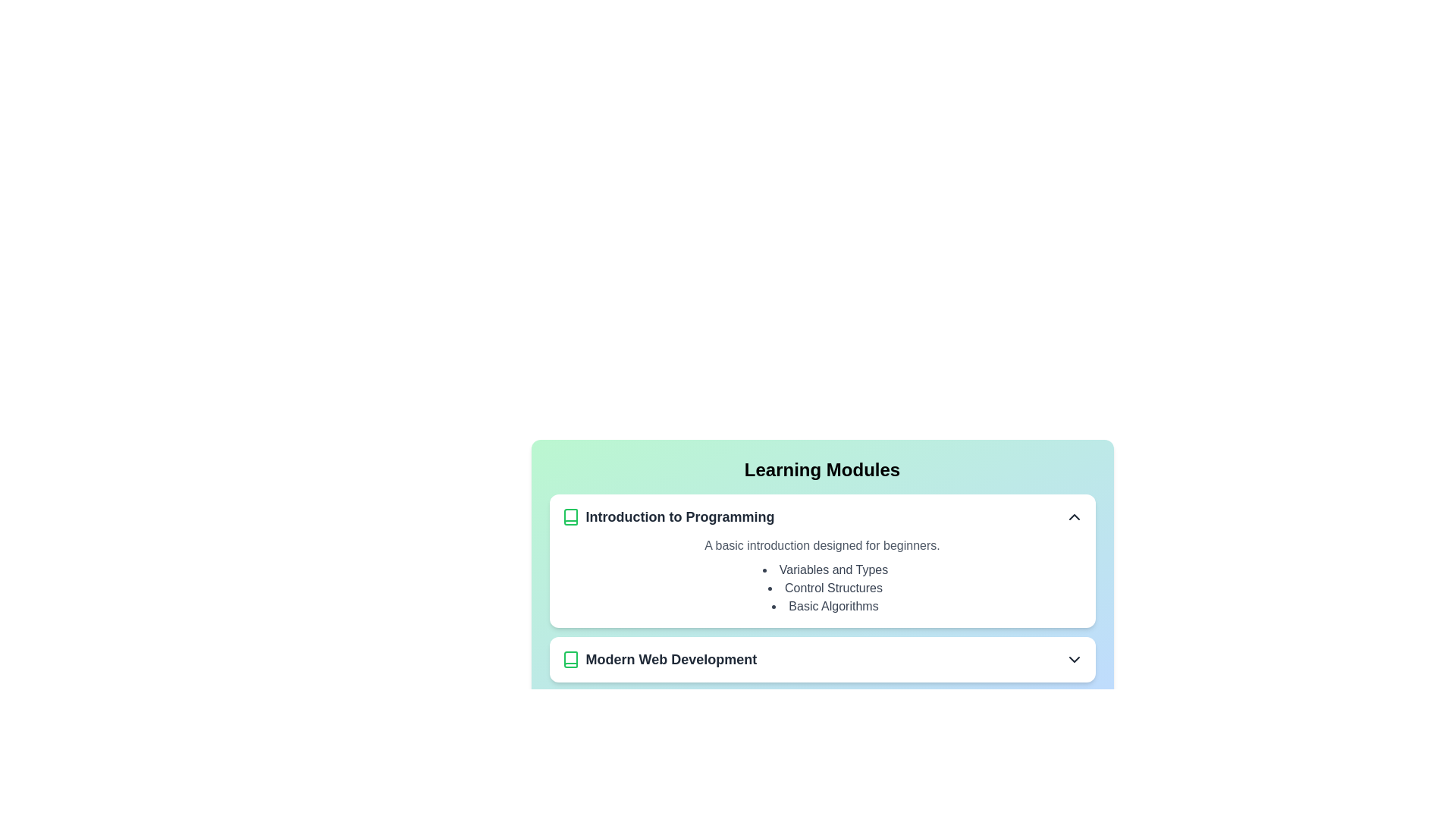  What do you see at coordinates (821, 546) in the screenshot?
I see `the text describing the 'Introduction to Programming' module, which provides a brief overview of the content and is located directly below the section title` at bounding box center [821, 546].